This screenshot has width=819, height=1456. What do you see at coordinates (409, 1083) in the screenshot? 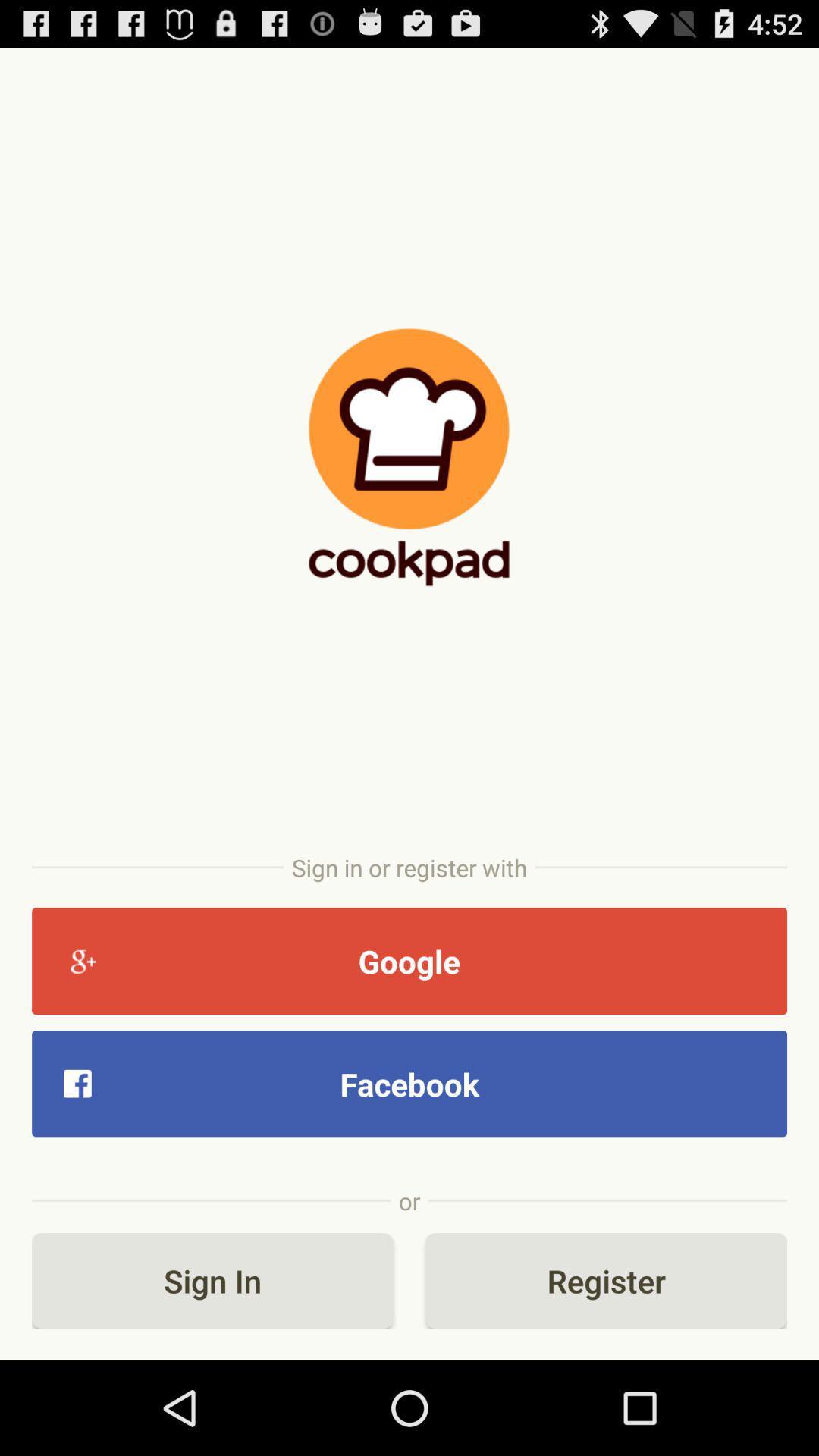
I see `item below google item` at bounding box center [409, 1083].